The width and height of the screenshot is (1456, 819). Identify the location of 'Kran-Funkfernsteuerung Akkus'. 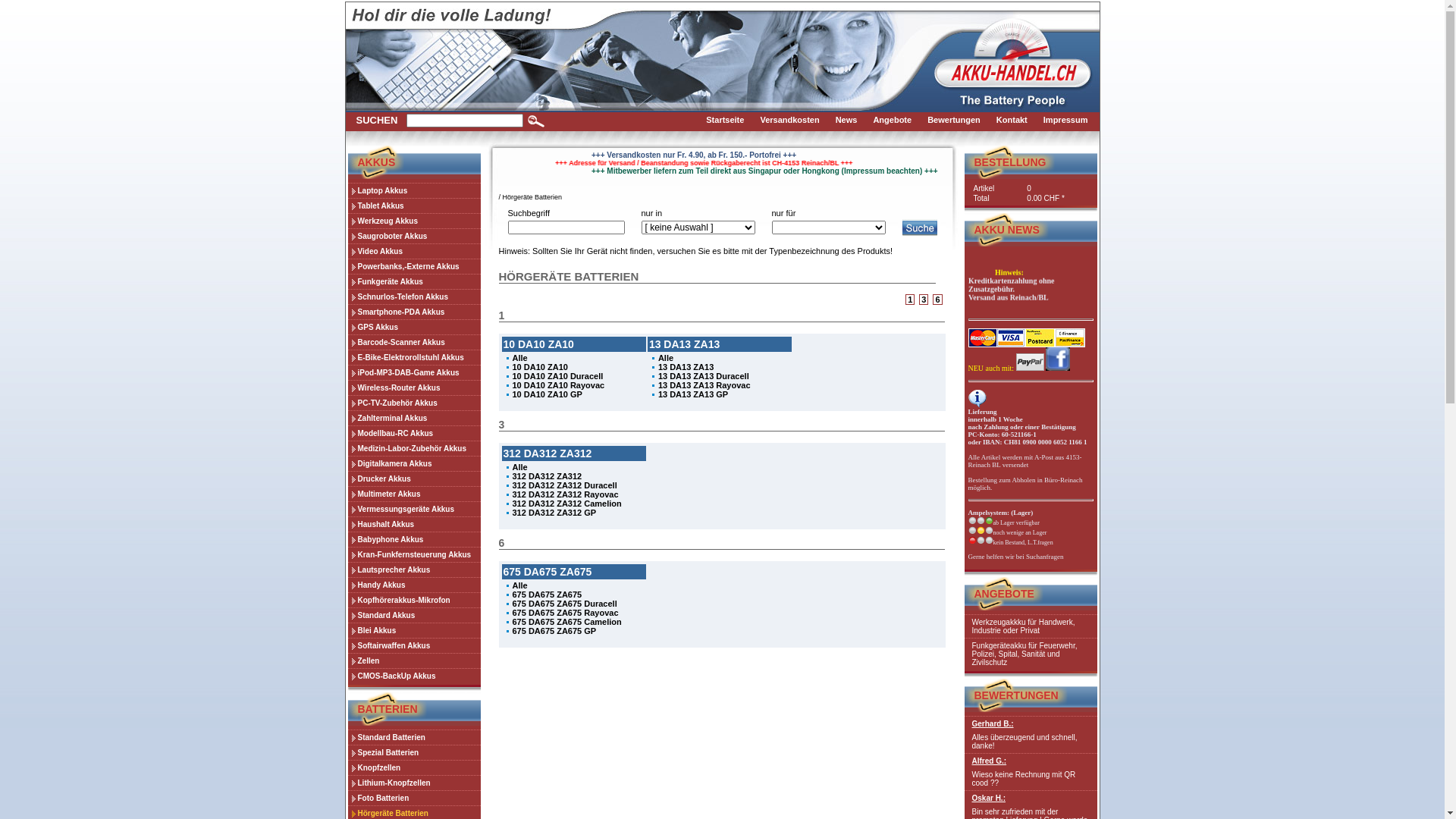
(413, 554).